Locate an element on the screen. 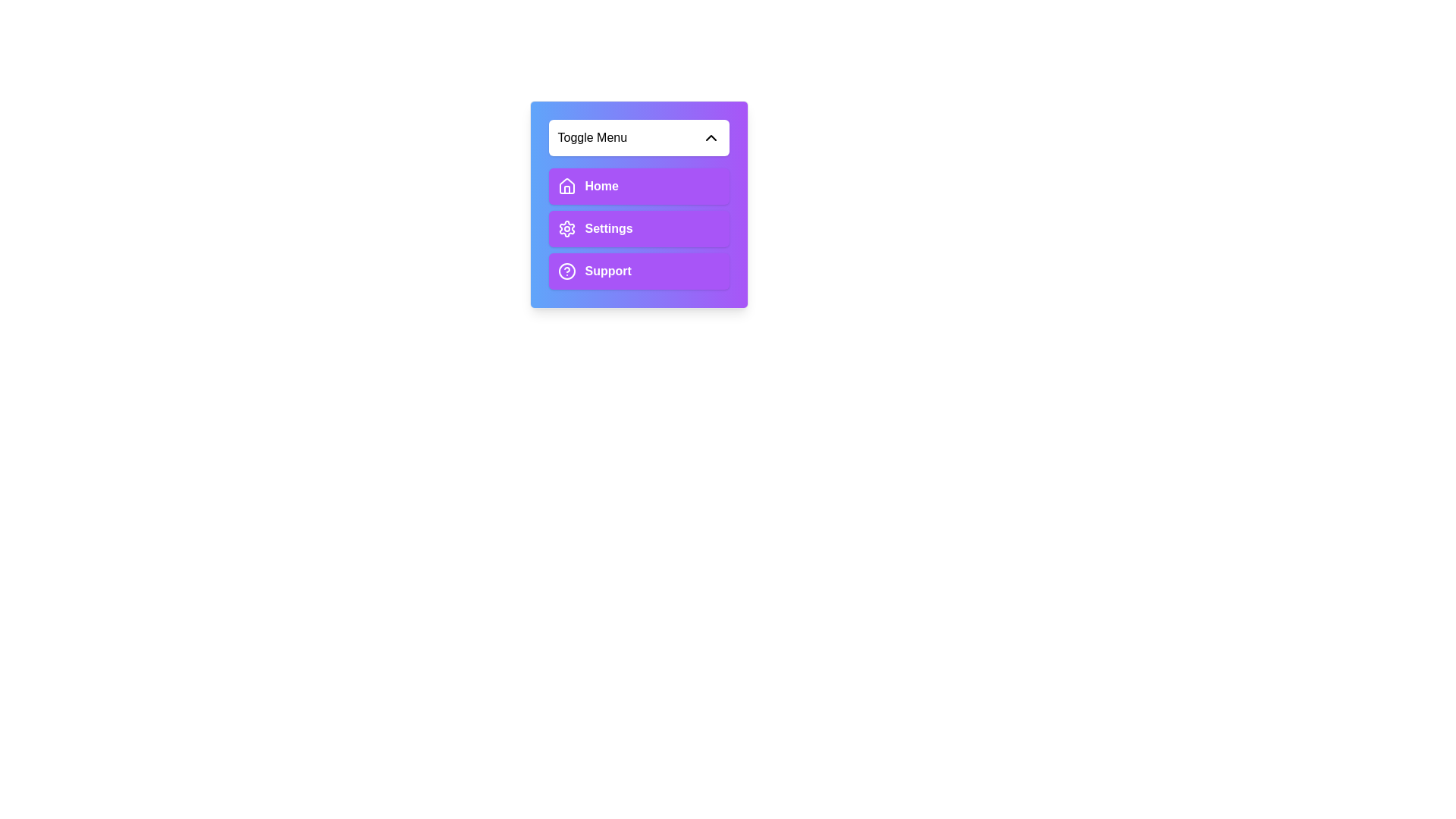 The image size is (1456, 819). the 'Home' icon element located within the button at the top of the vertical menu by moving the cursor to its center point is located at coordinates (566, 186).